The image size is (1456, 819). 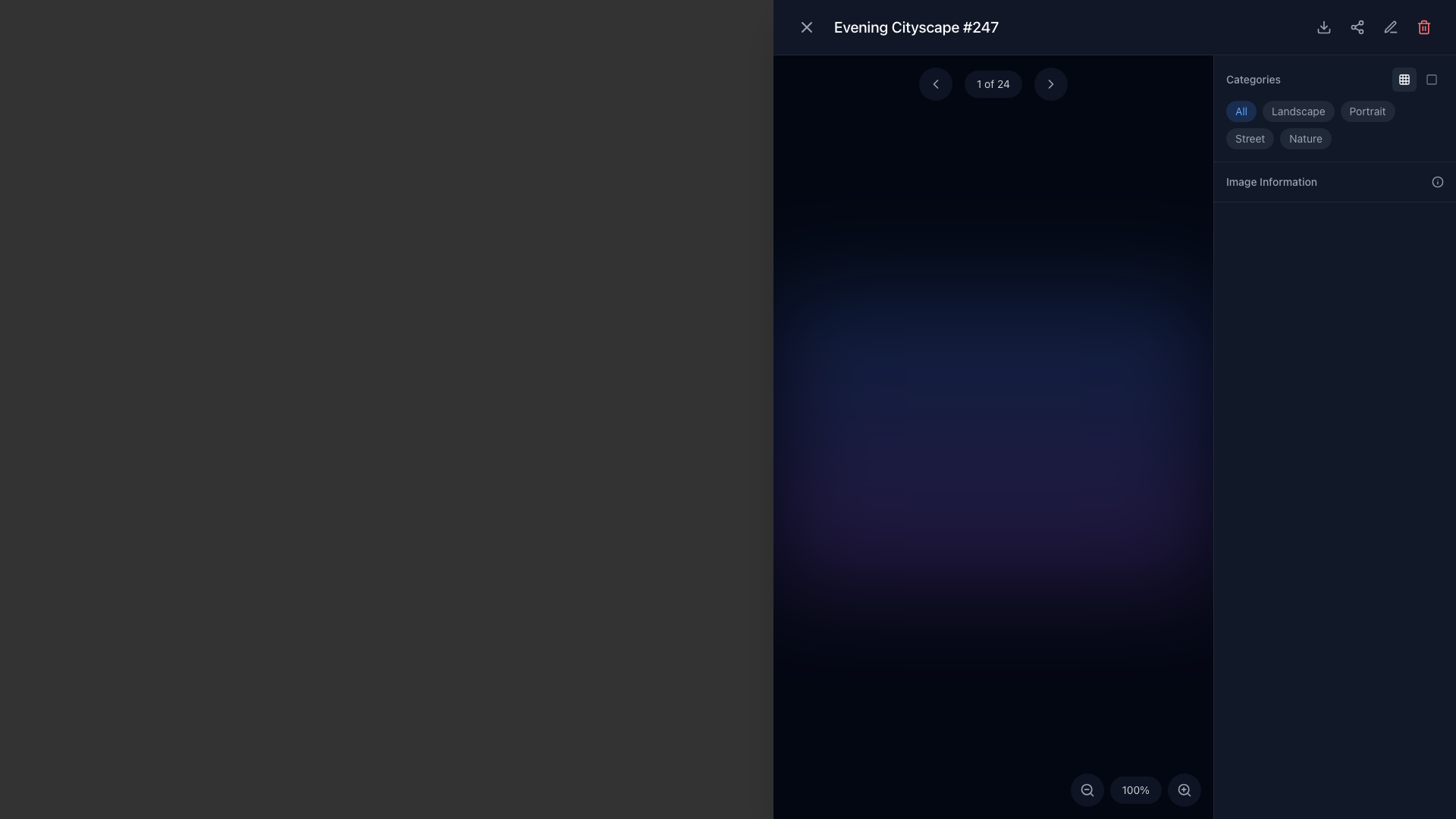 What do you see at coordinates (1437, 180) in the screenshot?
I see `the small circular icon with an outlined 'i' inside a bordered circle located at the far-right side of the 'Image Information' section` at bounding box center [1437, 180].